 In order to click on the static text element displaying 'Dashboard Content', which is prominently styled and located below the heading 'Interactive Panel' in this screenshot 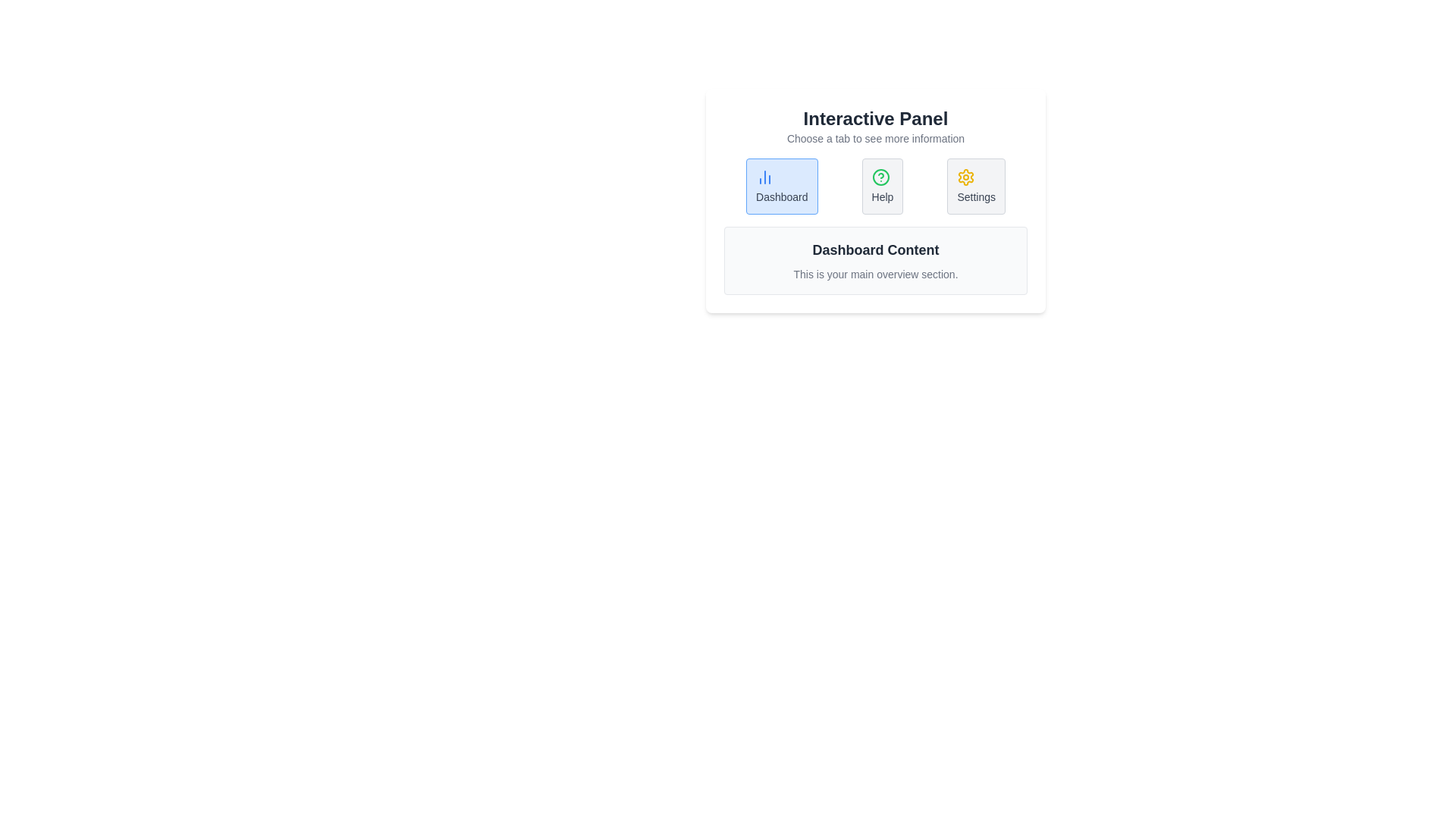, I will do `click(876, 249)`.